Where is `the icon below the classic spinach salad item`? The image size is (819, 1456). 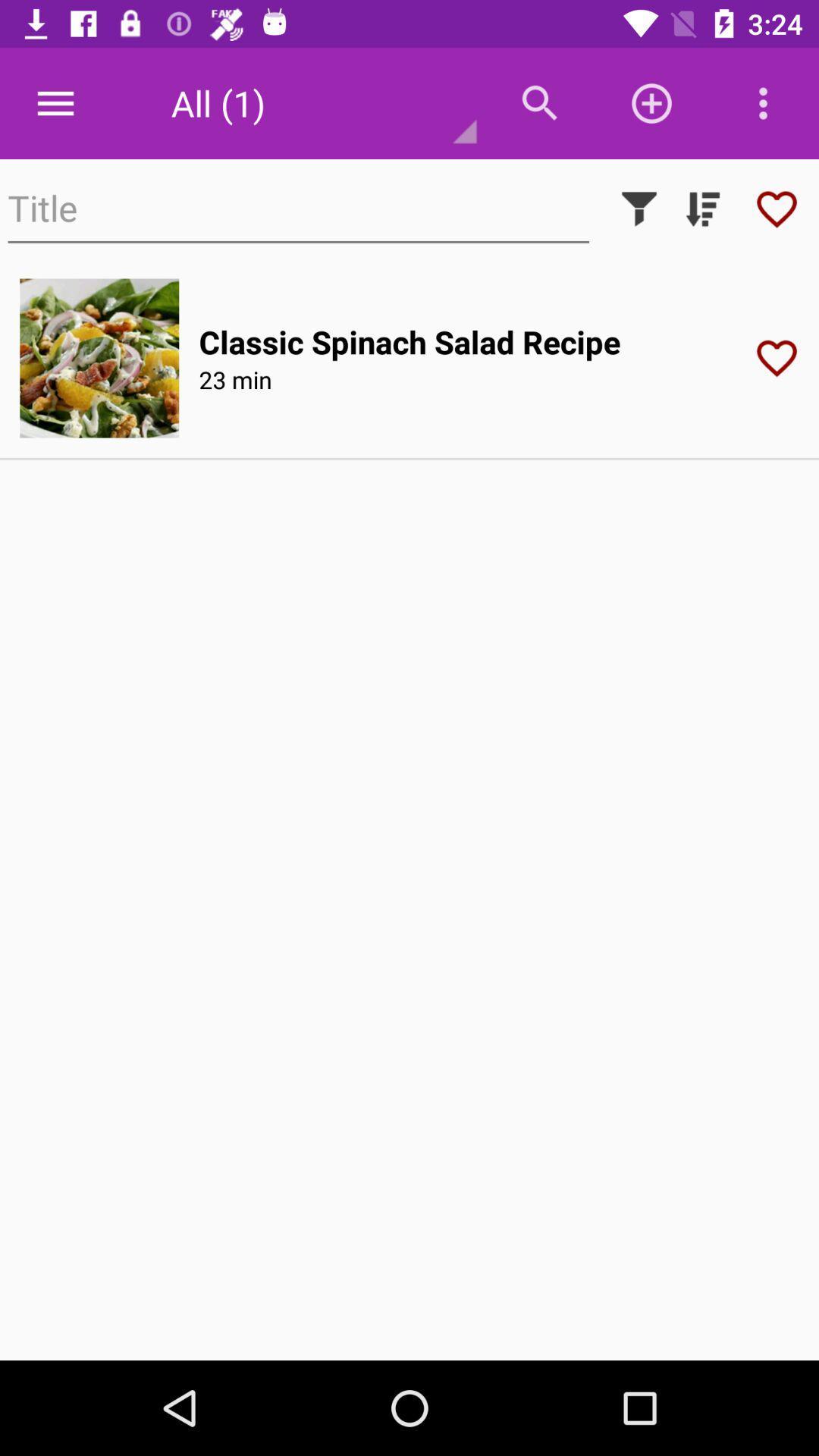
the icon below the classic spinach salad item is located at coordinates (235, 379).